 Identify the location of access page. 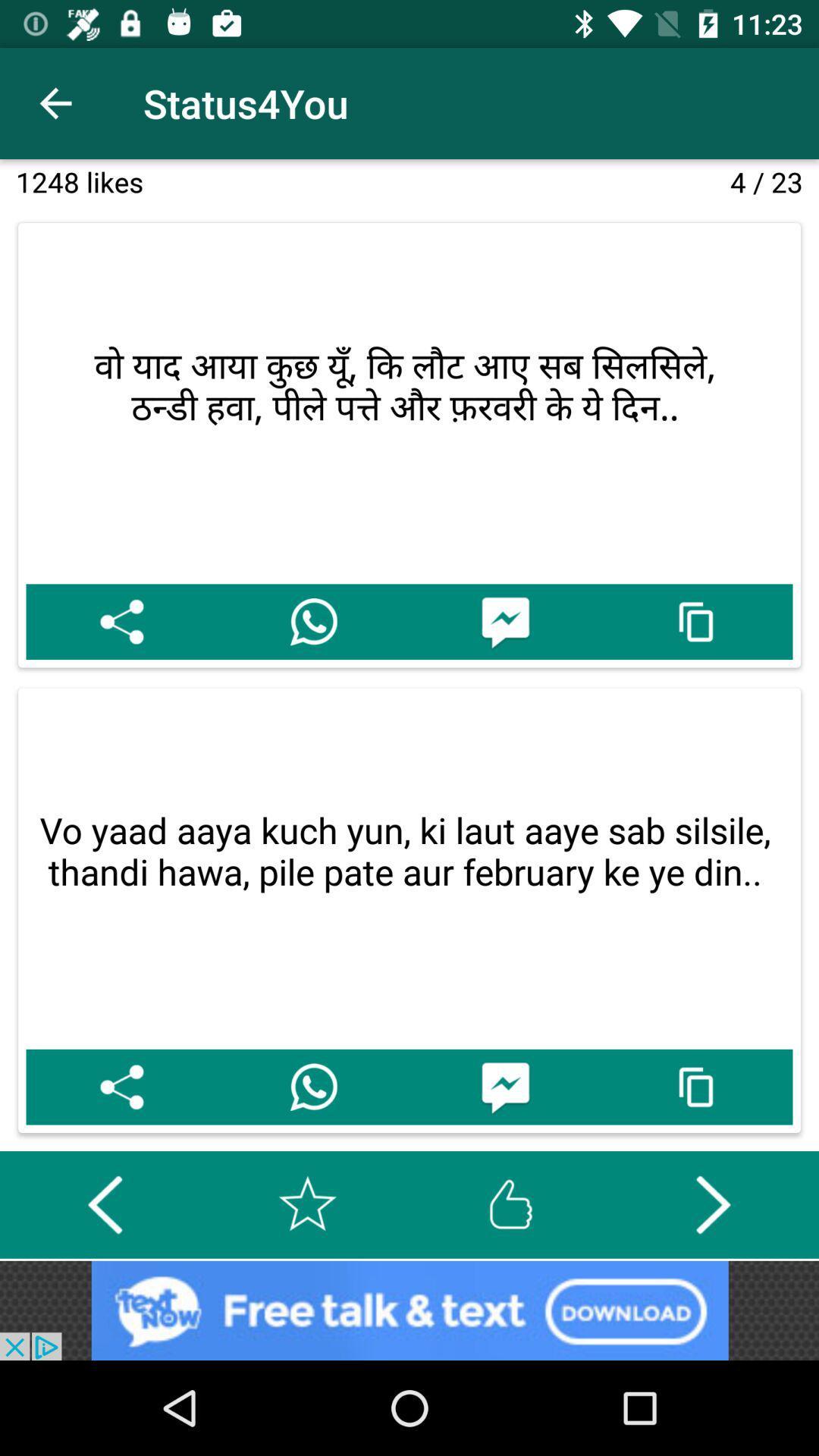
(697, 622).